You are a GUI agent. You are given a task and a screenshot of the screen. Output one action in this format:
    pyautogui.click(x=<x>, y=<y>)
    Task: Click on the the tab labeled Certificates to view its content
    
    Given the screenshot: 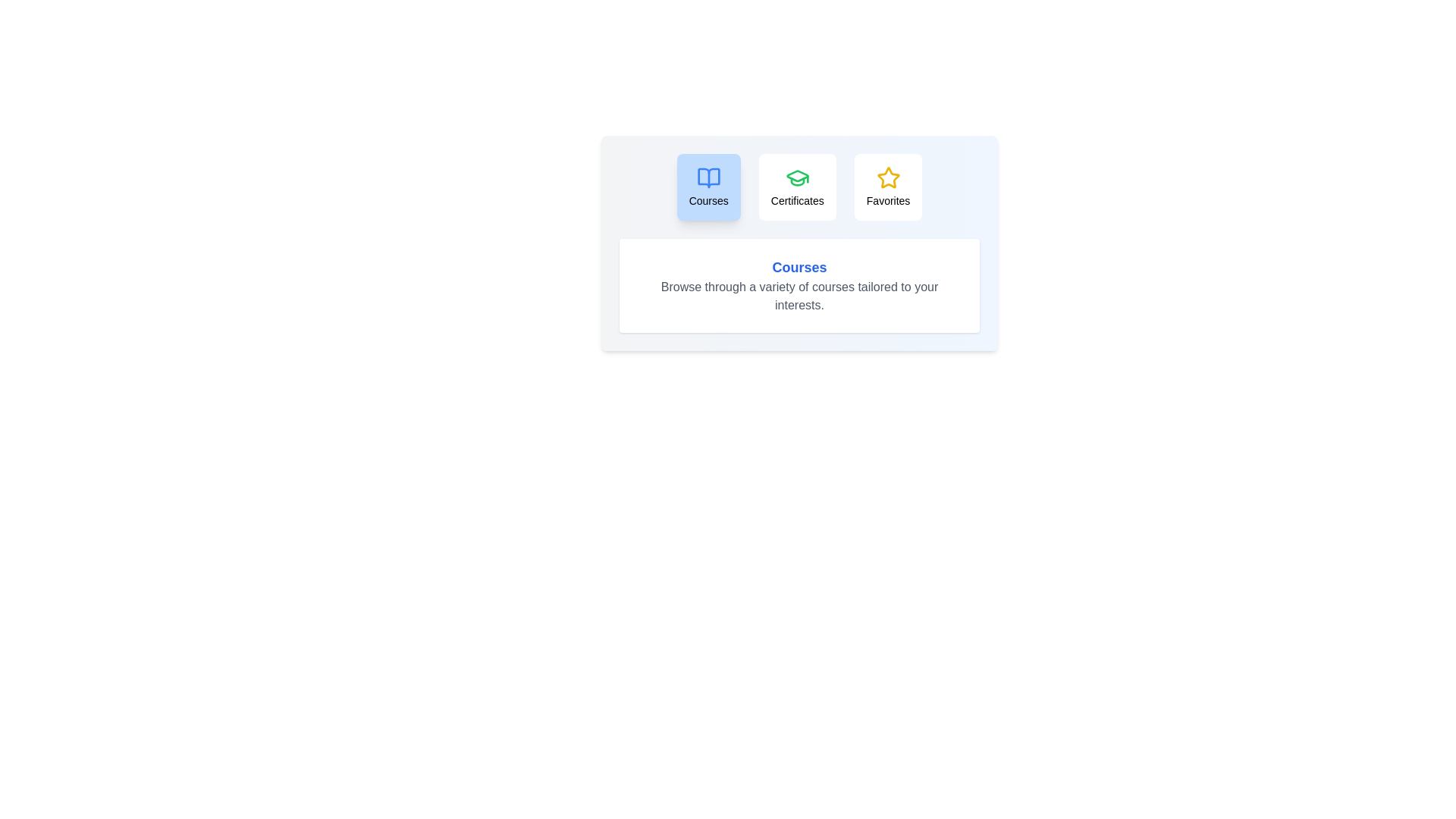 What is the action you would take?
    pyautogui.click(x=796, y=186)
    